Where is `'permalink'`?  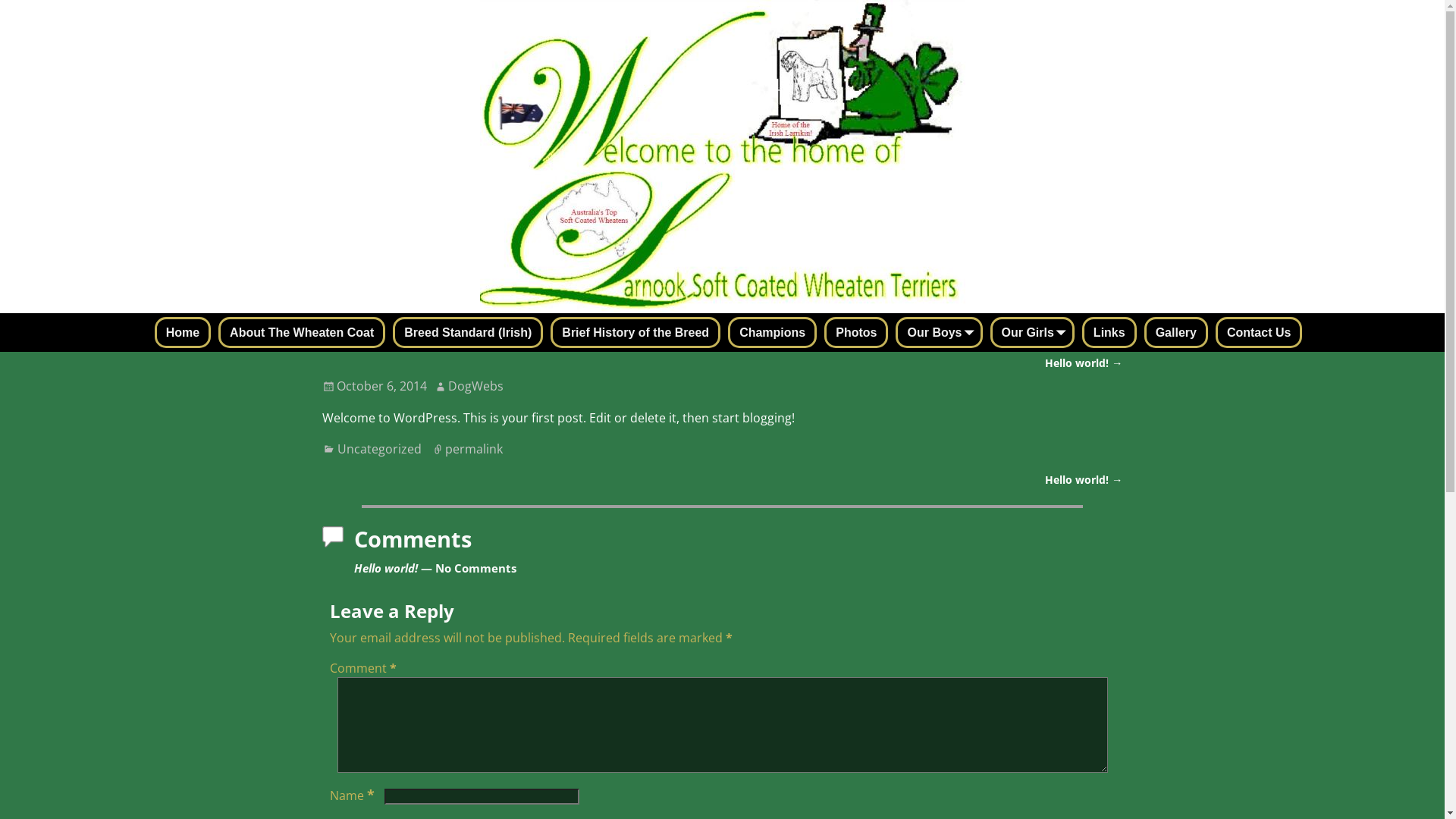
'permalink' is located at coordinates (472, 447).